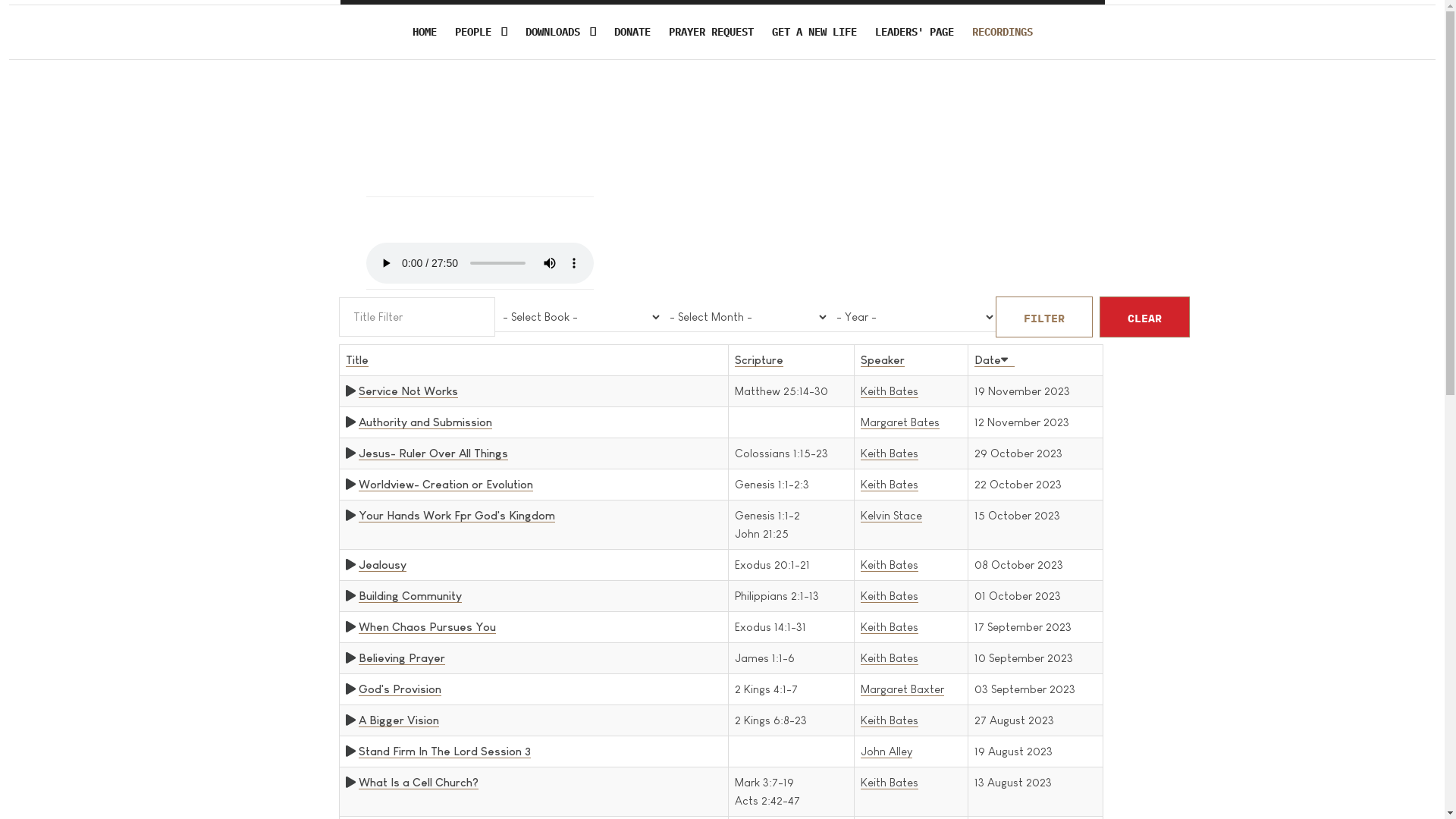 The height and width of the screenshot is (819, 1456). What do you see at coordinates (994, 315) in the screenshot?
I see `'FILTER'` at bounding box center [994, 315].